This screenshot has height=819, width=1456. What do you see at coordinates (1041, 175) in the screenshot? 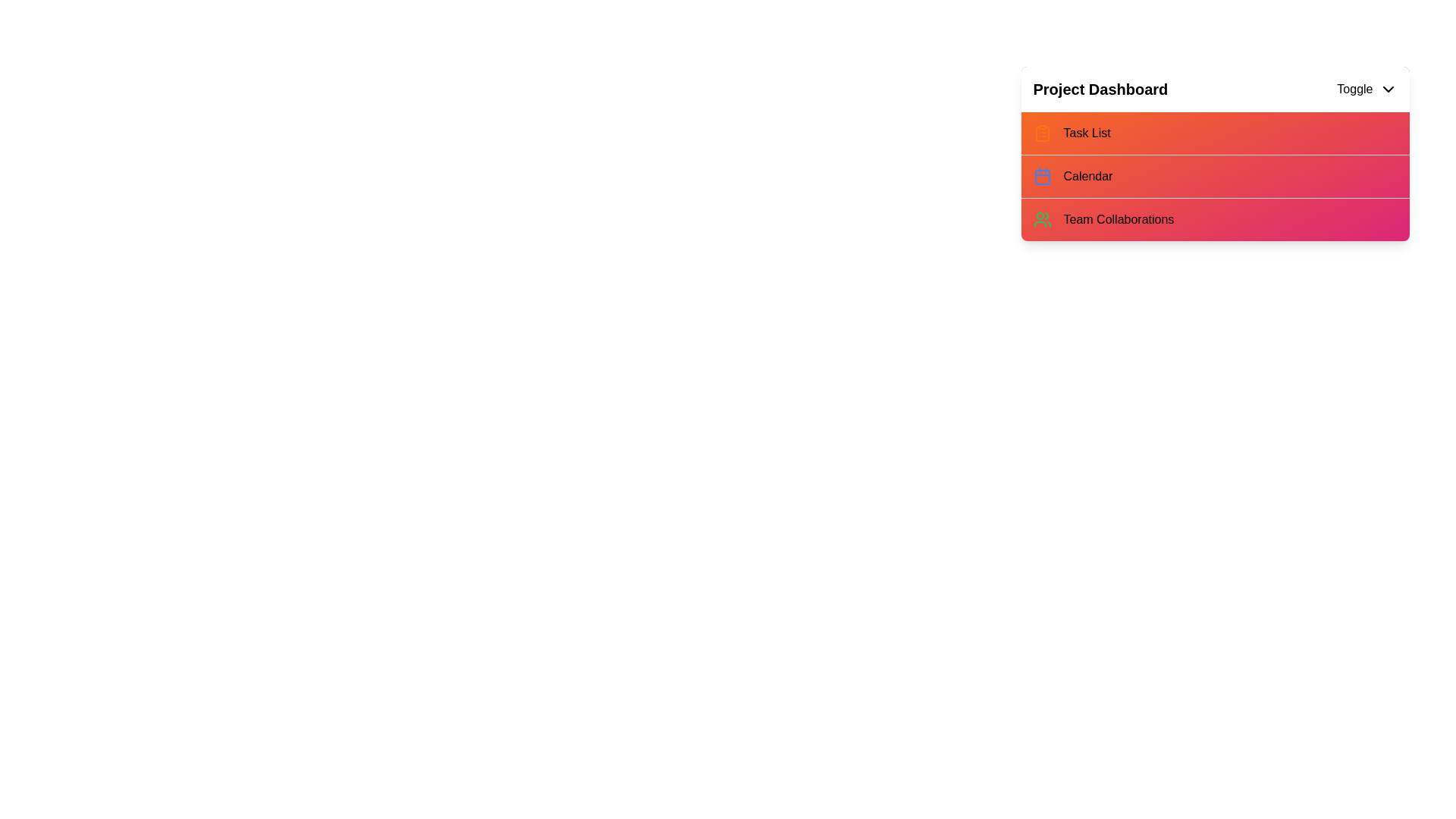
I see `the icon corresponding to Calendar` at bounding box center [1041, 175].